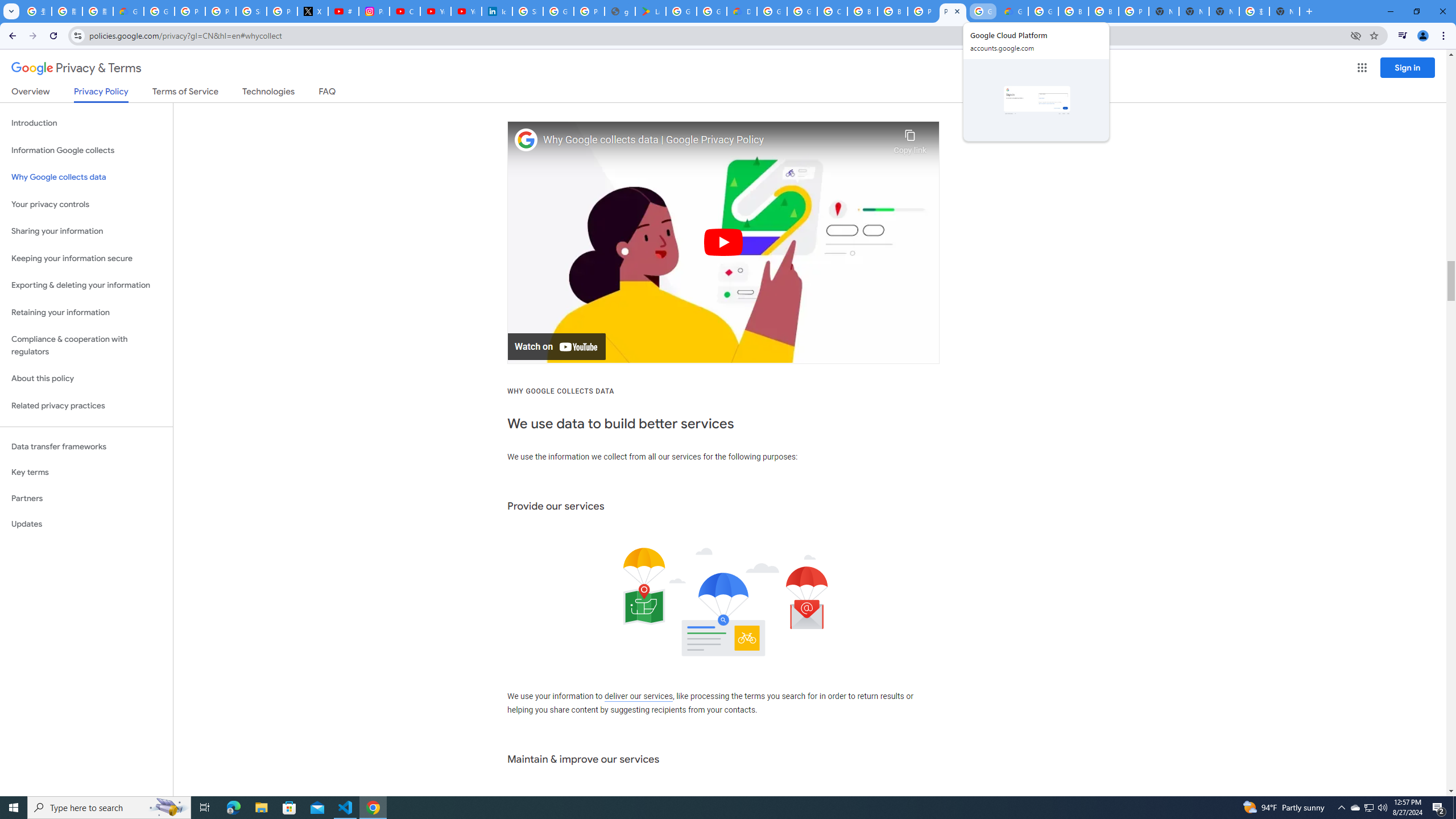  Describe the element at coordinates (76, 68) in the screenshot. I see `'Privacy & Terms'` at that location.